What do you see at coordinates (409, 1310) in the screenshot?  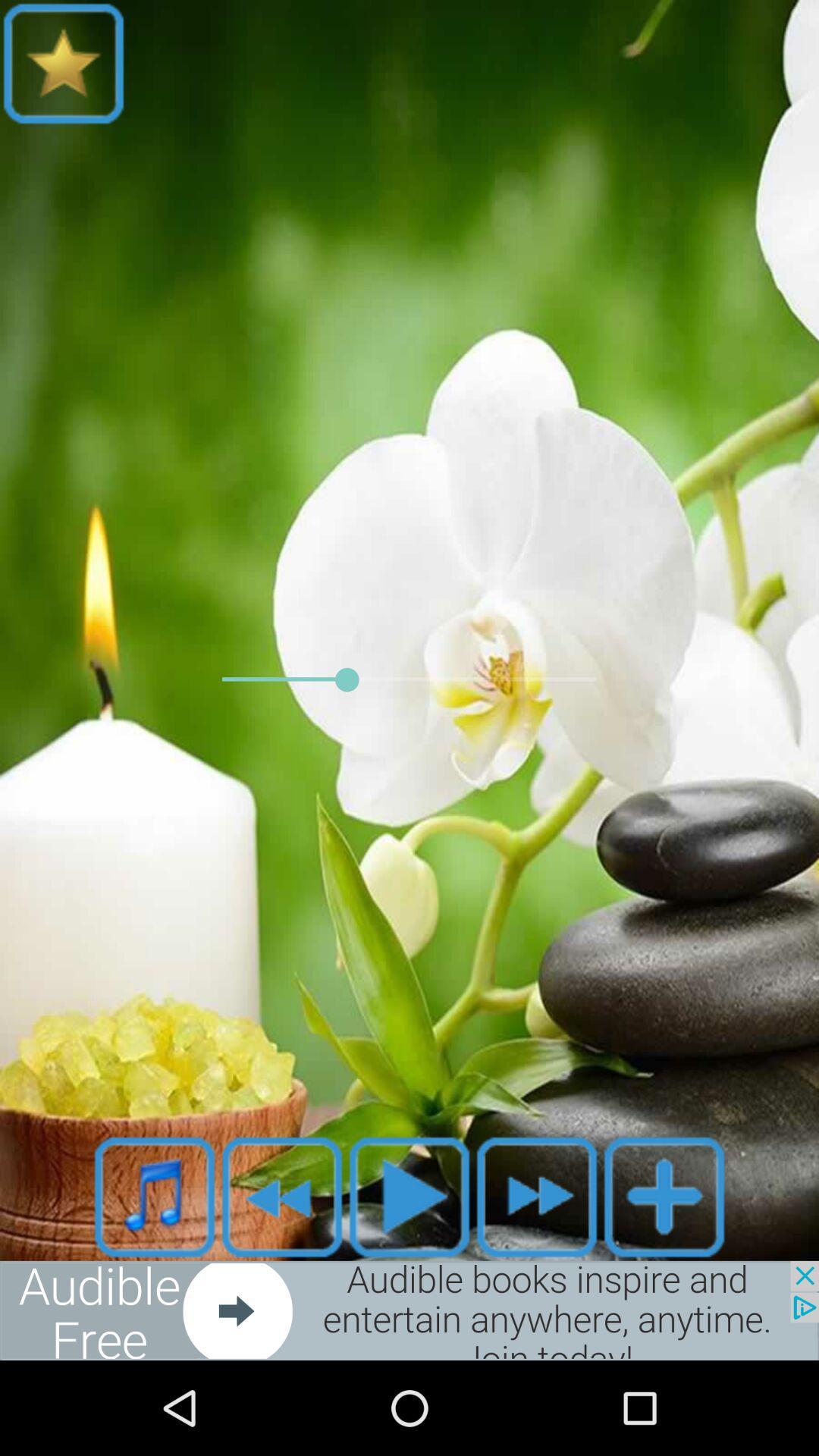 I see `advertisement area` at bounding box center [409, 1310].